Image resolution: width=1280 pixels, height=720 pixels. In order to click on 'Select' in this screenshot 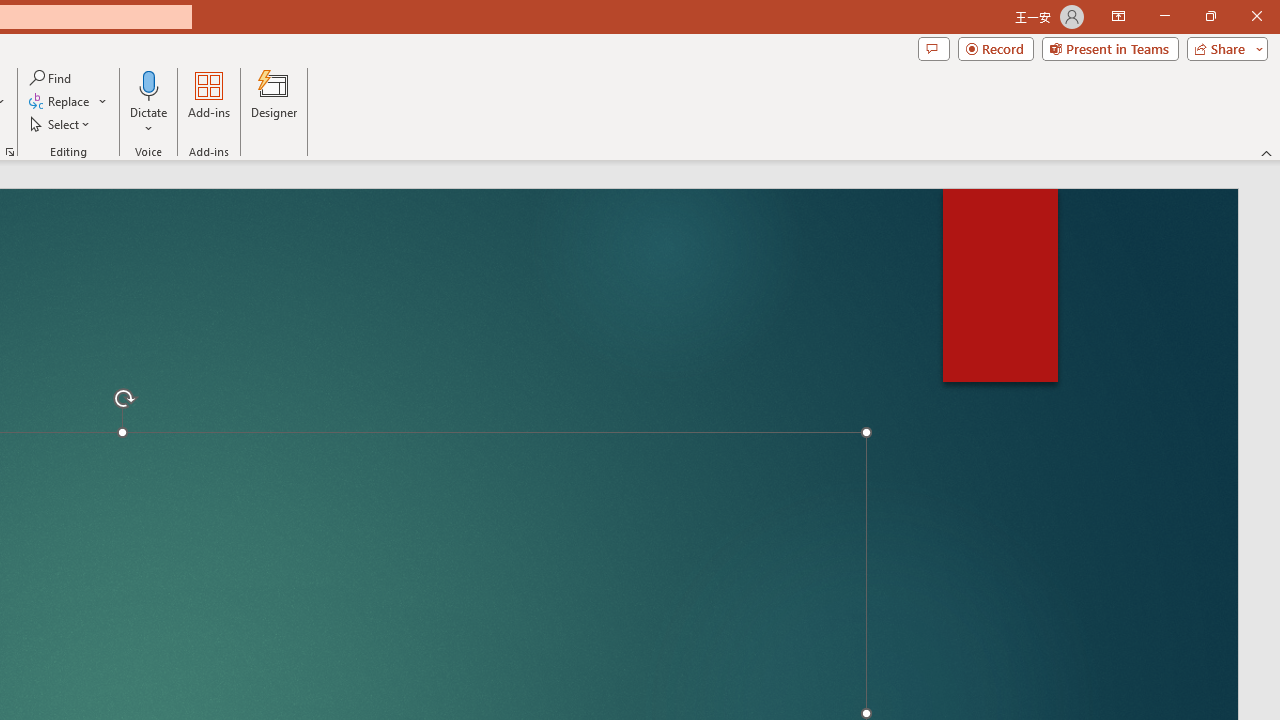, I will do `click(61, 124)`.